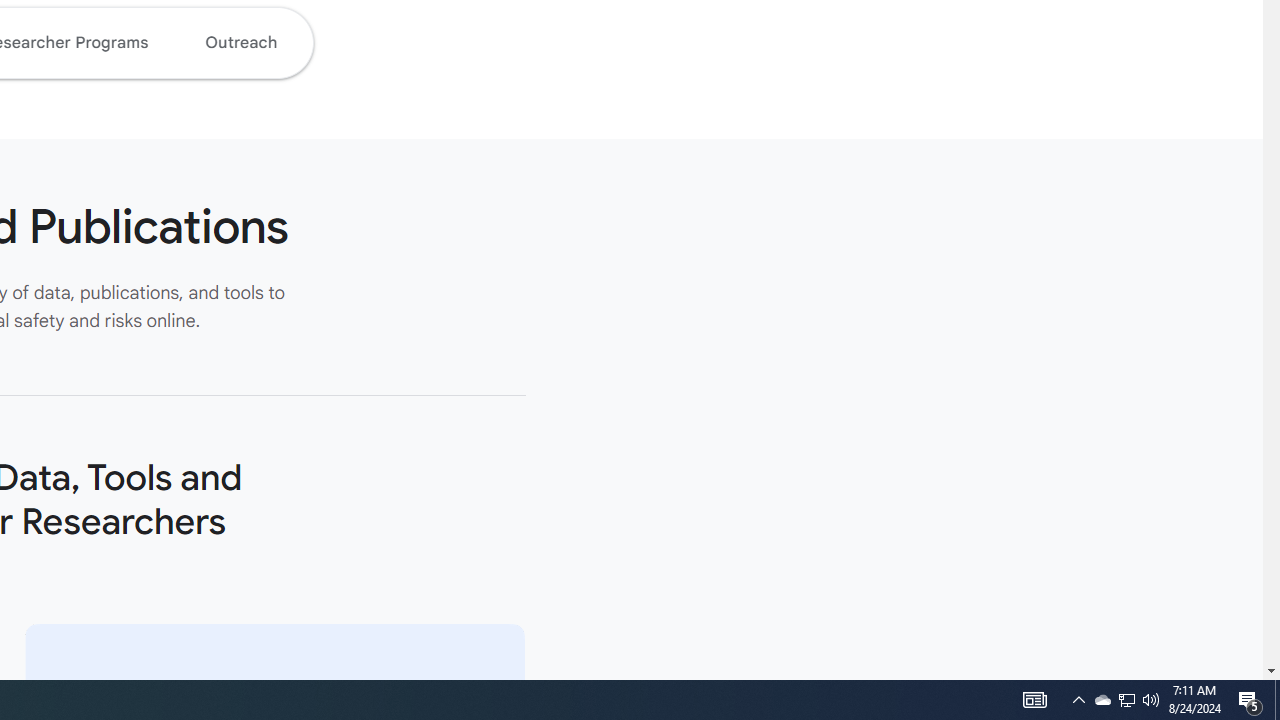 The image size is (1280, 720). Describe the element at coordinates (240, 42) in the screenshot. I see `'Outreach'` at that location.